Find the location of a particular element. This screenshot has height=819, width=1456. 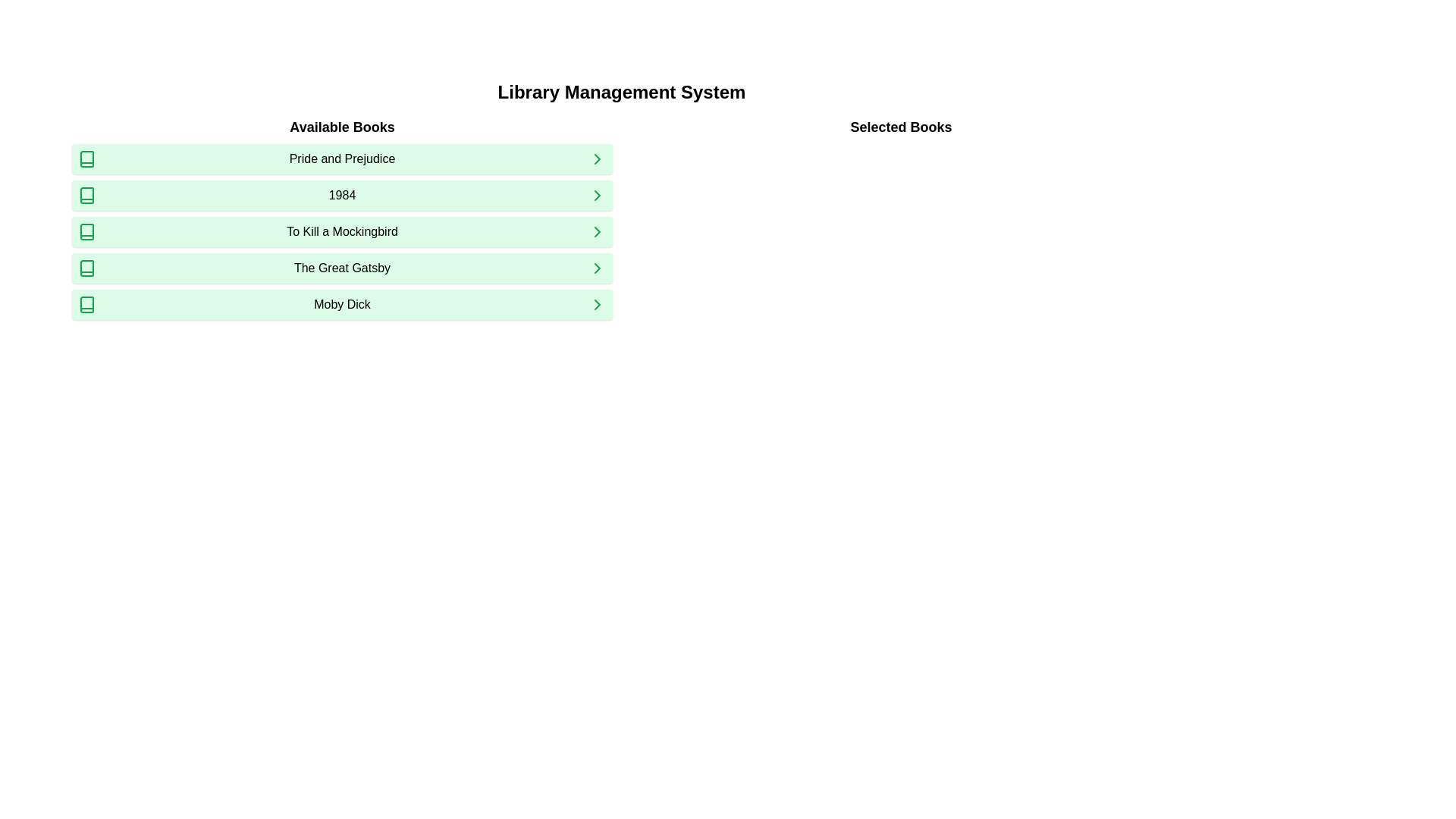

the book title '1984' in the 'Available Books' list to enable further actions related to it is located at coordinates (341, 195).